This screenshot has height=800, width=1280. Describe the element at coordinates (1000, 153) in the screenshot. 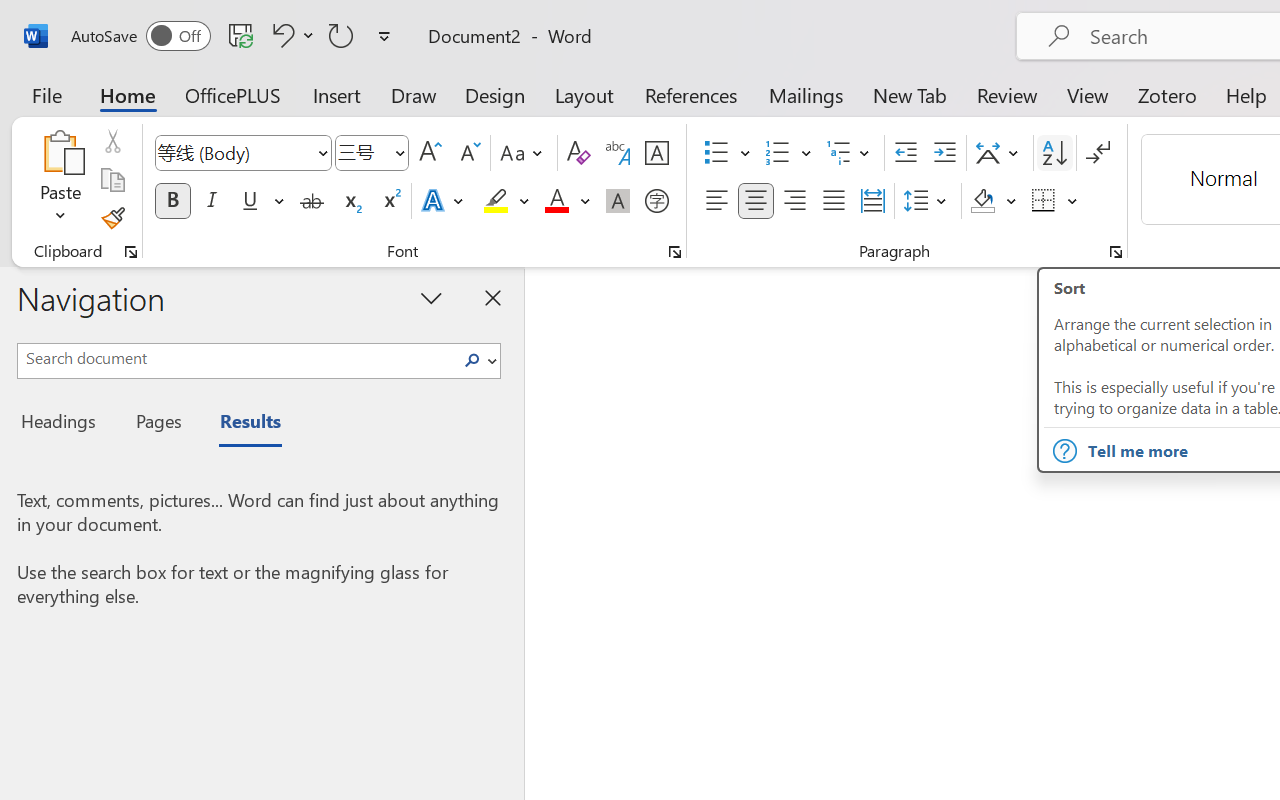

I see `'Asian Layout'` at that location.